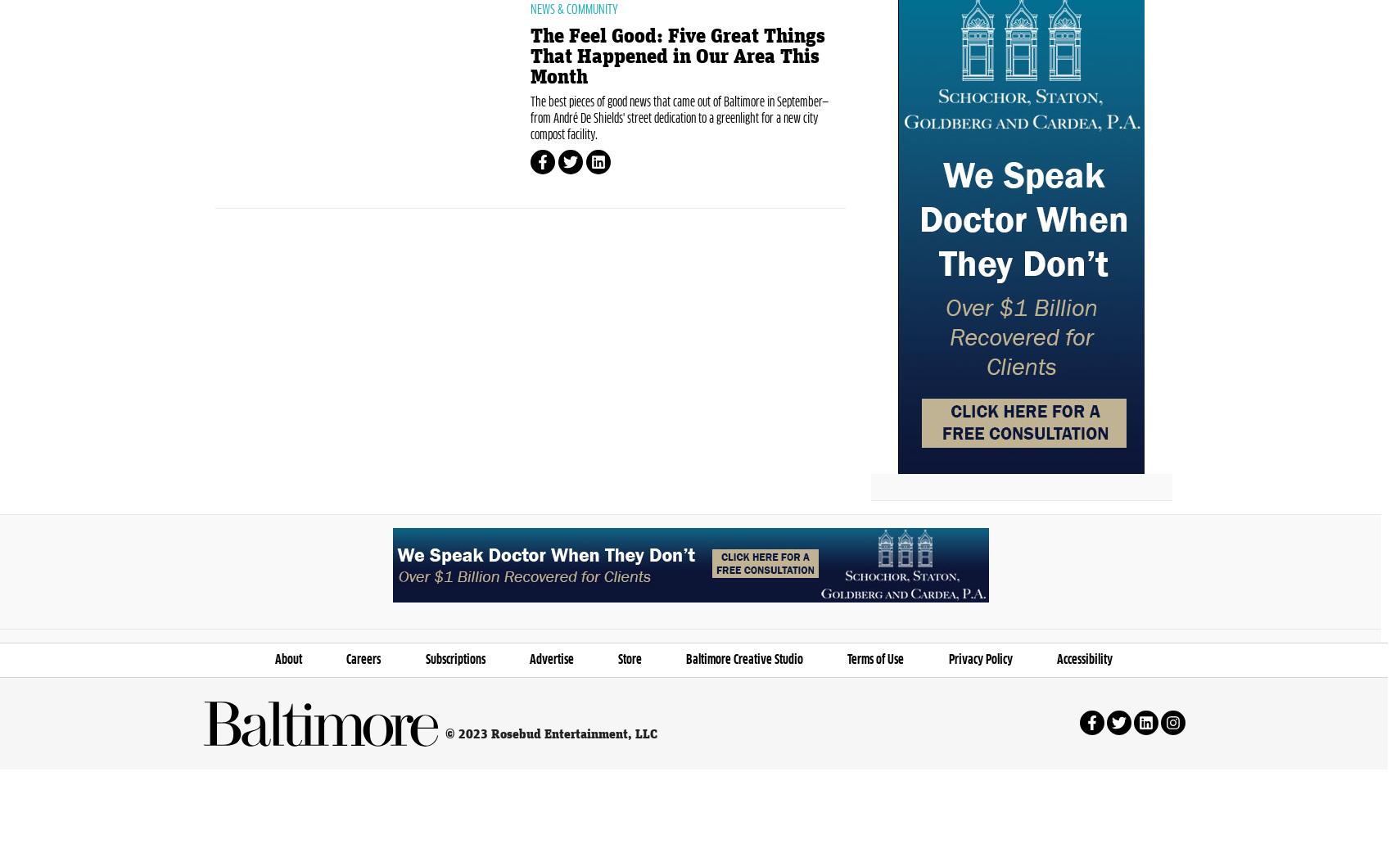 This screenshot has height=844, width=1400. What do you see at coordinates (287, 736) in the screenshot?
I see `'About'` at bounding box center [287, 736].